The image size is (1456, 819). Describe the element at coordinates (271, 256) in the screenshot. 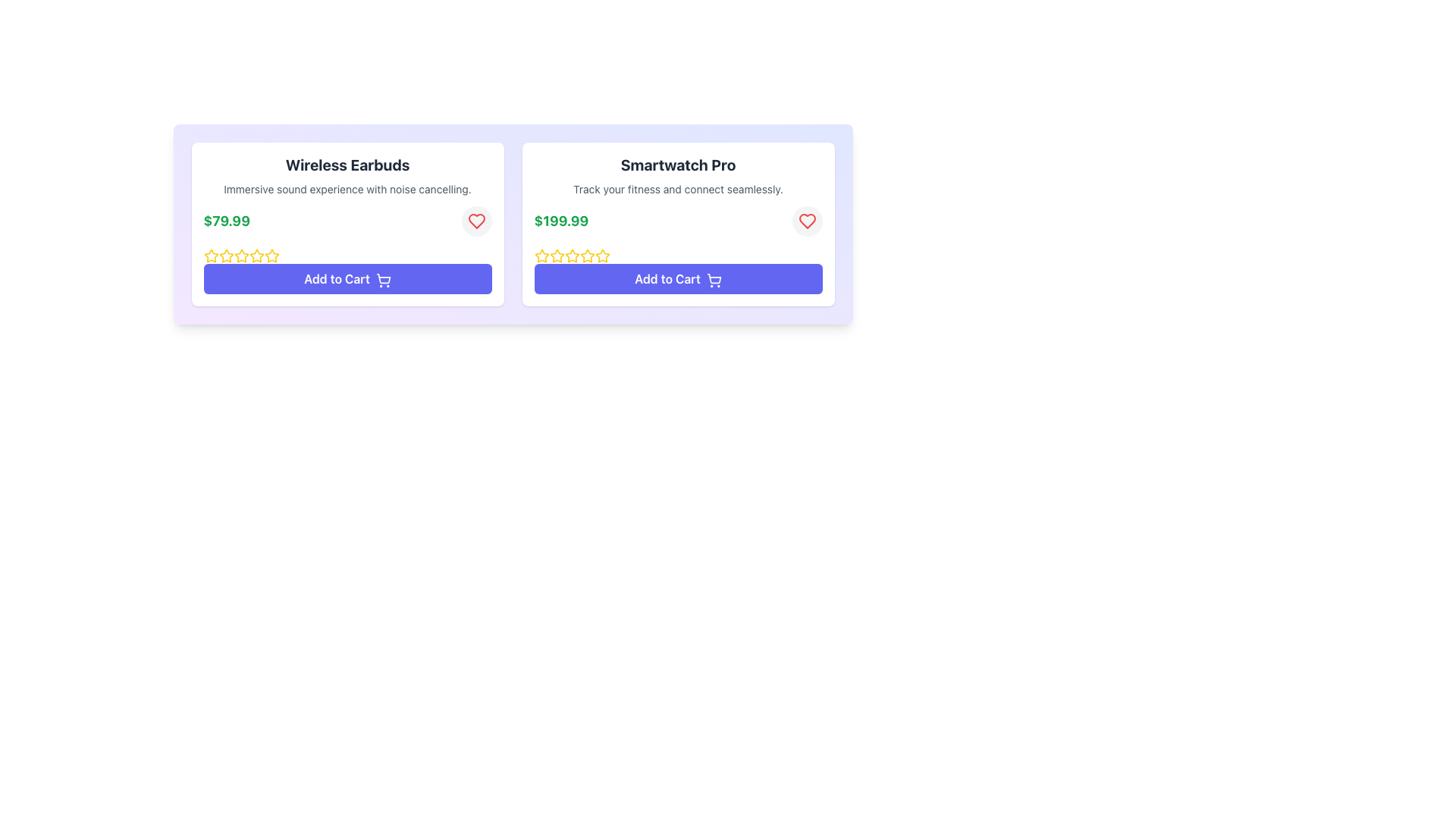

I see `the fifth star in the rating component of the product card labeled 'Wireless Earbuds' to assign the highest rating` at that location.